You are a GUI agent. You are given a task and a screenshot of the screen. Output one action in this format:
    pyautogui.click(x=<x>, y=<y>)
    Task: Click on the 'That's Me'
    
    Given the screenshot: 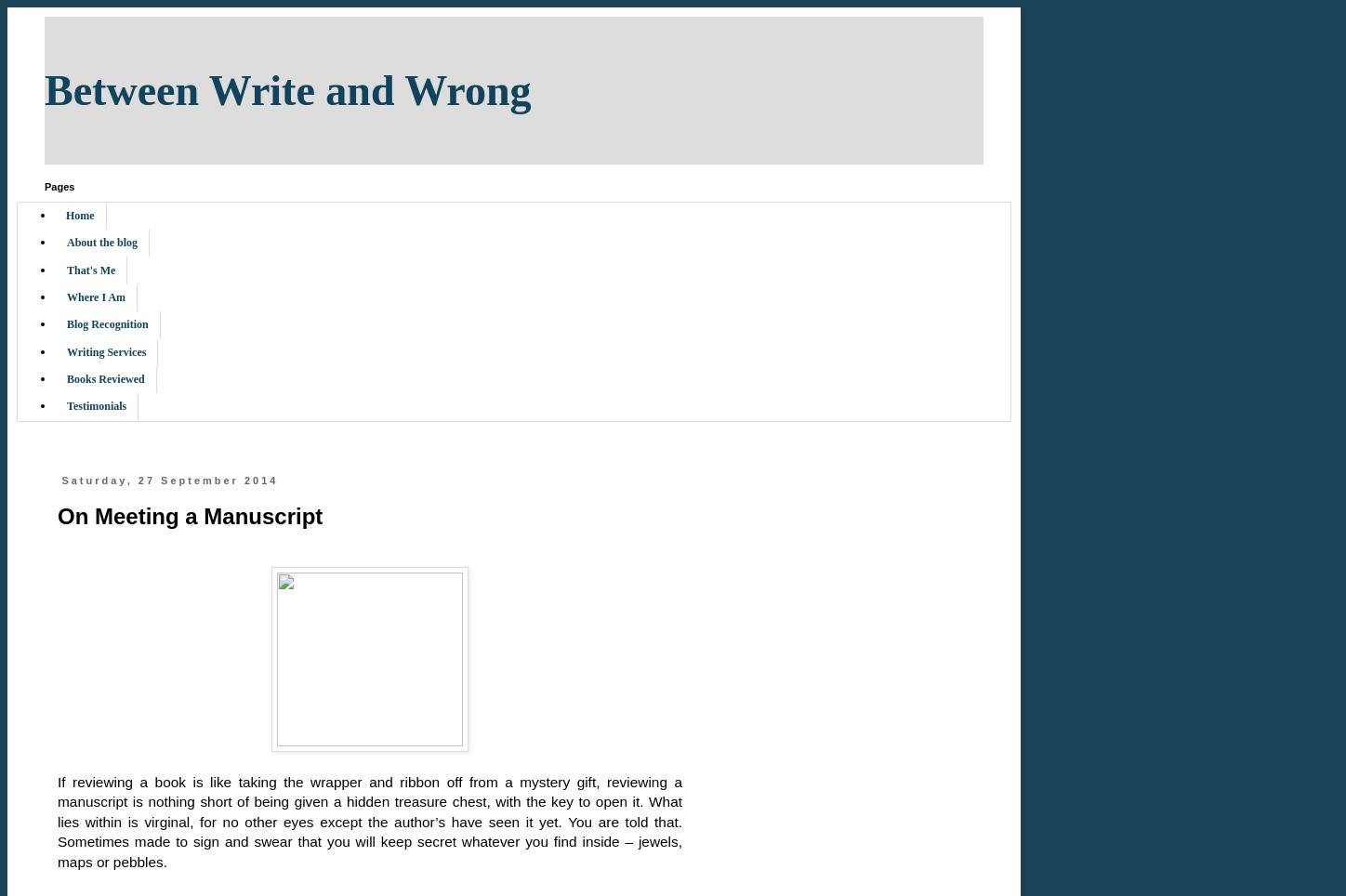 What is the action you would take?
    pyautogui.click(x=90, y=269)
    